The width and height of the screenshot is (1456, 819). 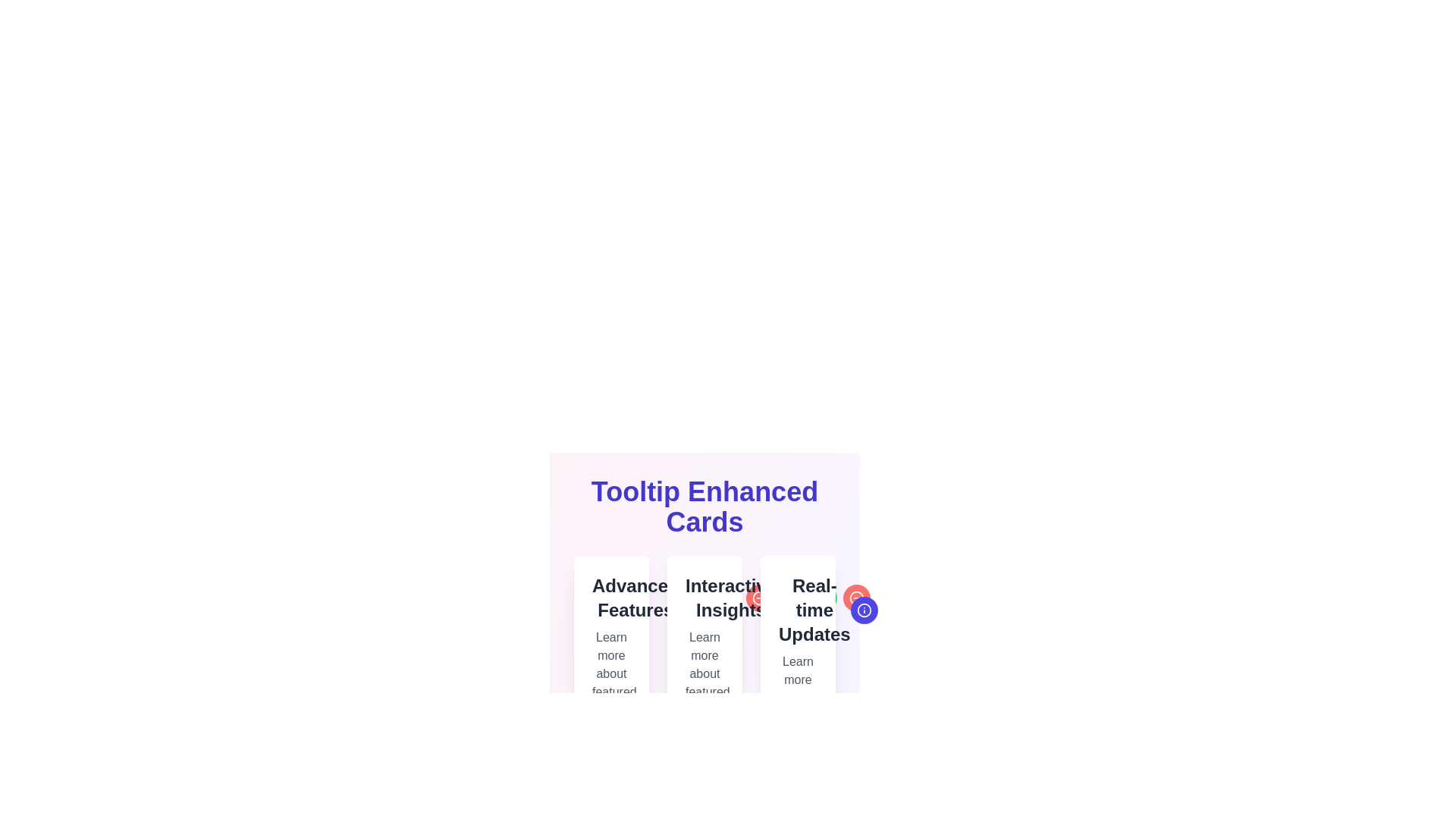 What do you see at coordinates (611, 598) in the screenshot?
I see `the interactive text 'Advanced Features' located at the top of the leftmost card in the grid of 'Tooltip Enhanced Cards'` at bounding box center [611, 598].